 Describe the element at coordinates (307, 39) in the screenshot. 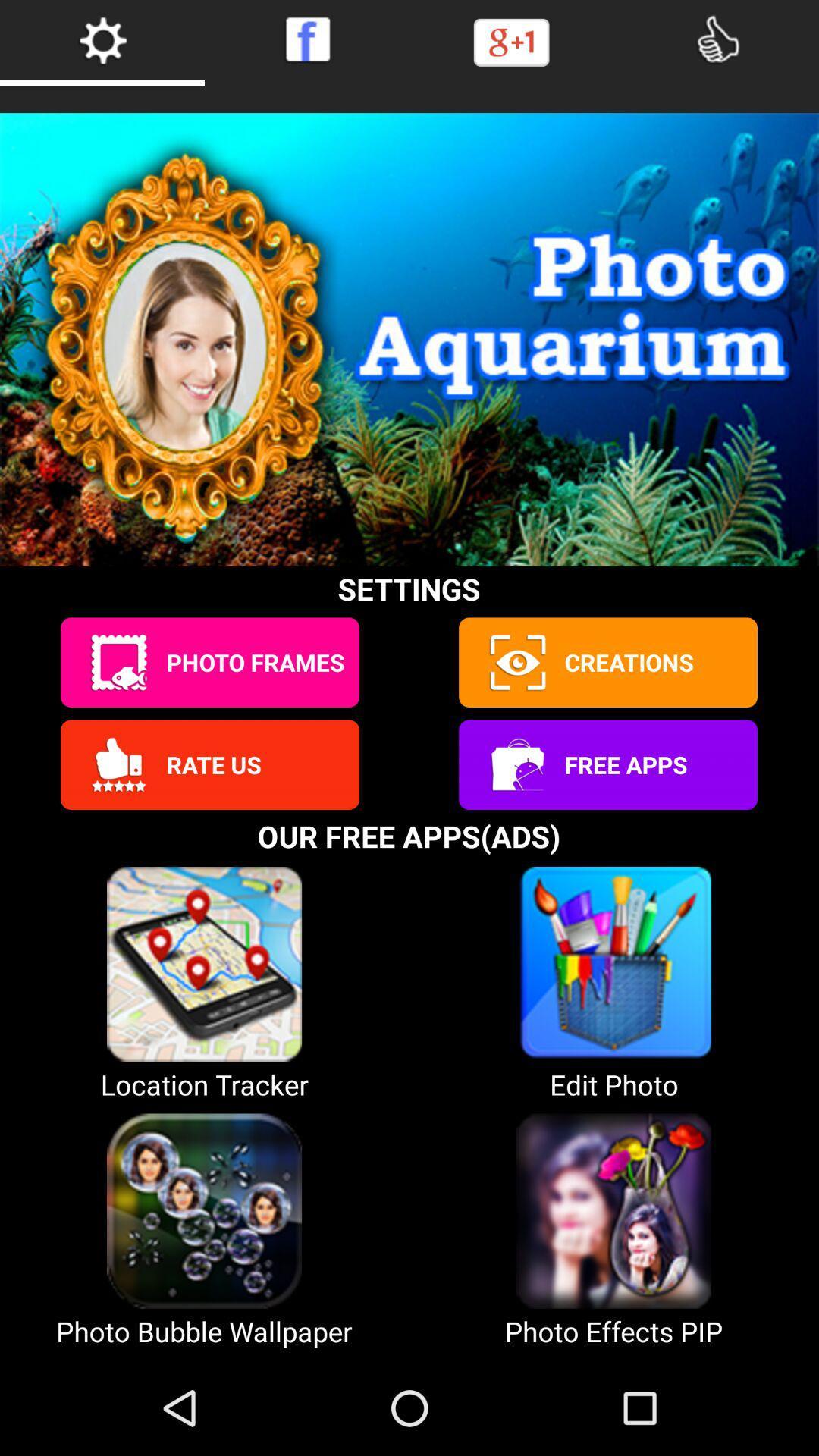

I see `facebook icon` at that location.